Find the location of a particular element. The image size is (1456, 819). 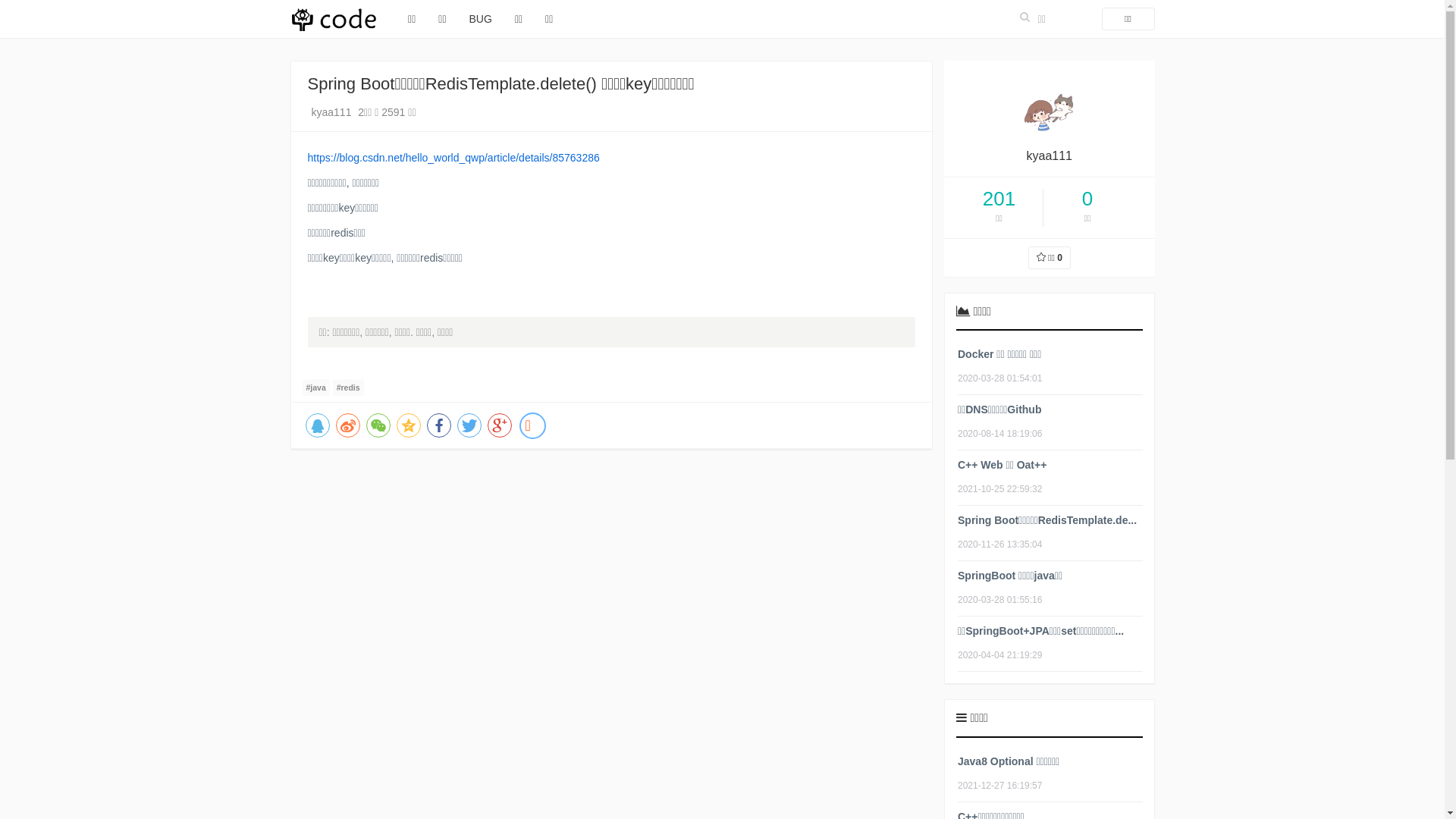

'kyaa111' is located at coordinates (332, 111).